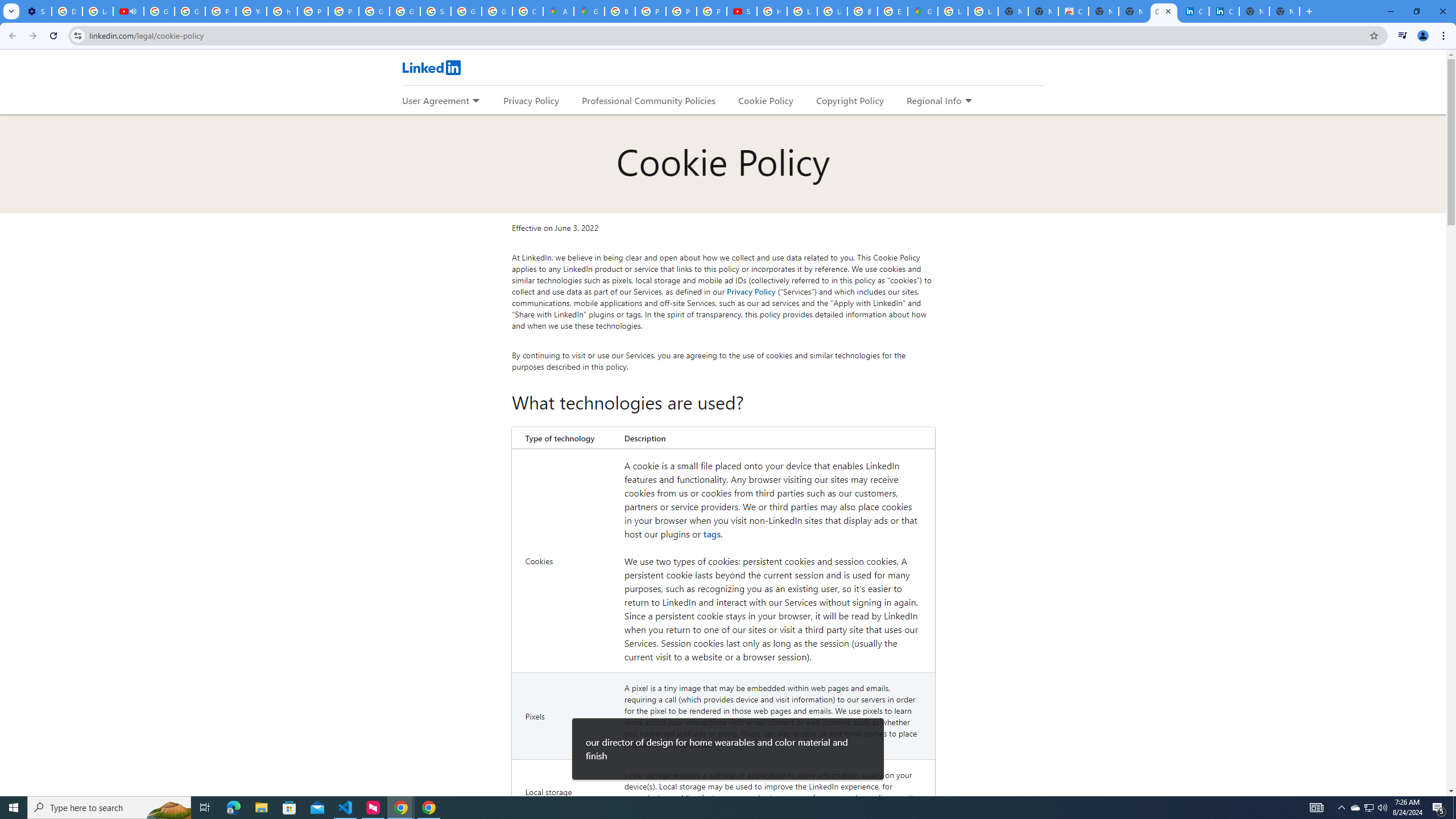 The height and width of the screenshot is (819, 1456). Describe the element at coordinates (967, 101) in the screenshot. I see `'Expand to show more links for Regional Info'` at that location.